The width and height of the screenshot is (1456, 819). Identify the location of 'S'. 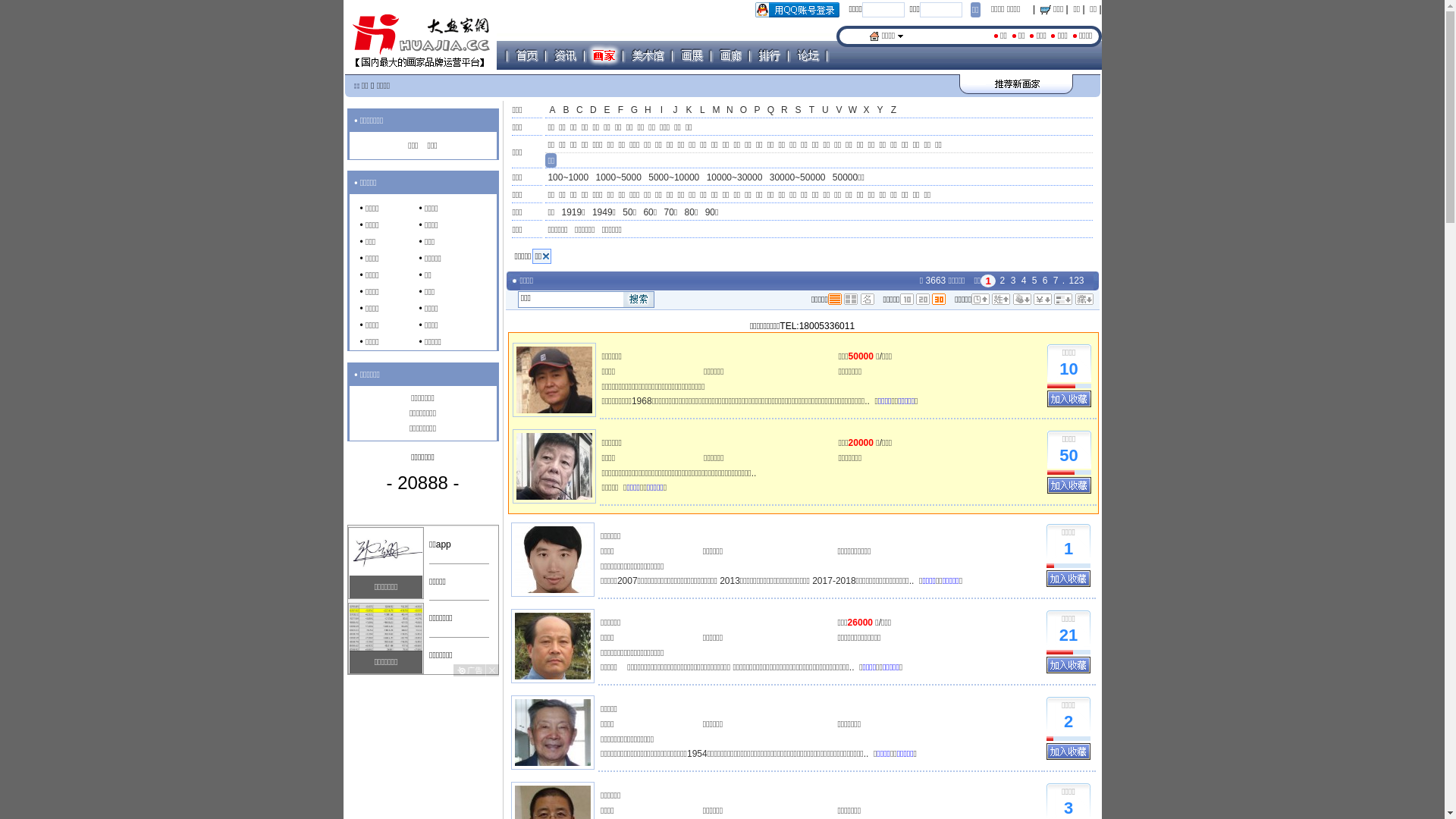
(796, 110).